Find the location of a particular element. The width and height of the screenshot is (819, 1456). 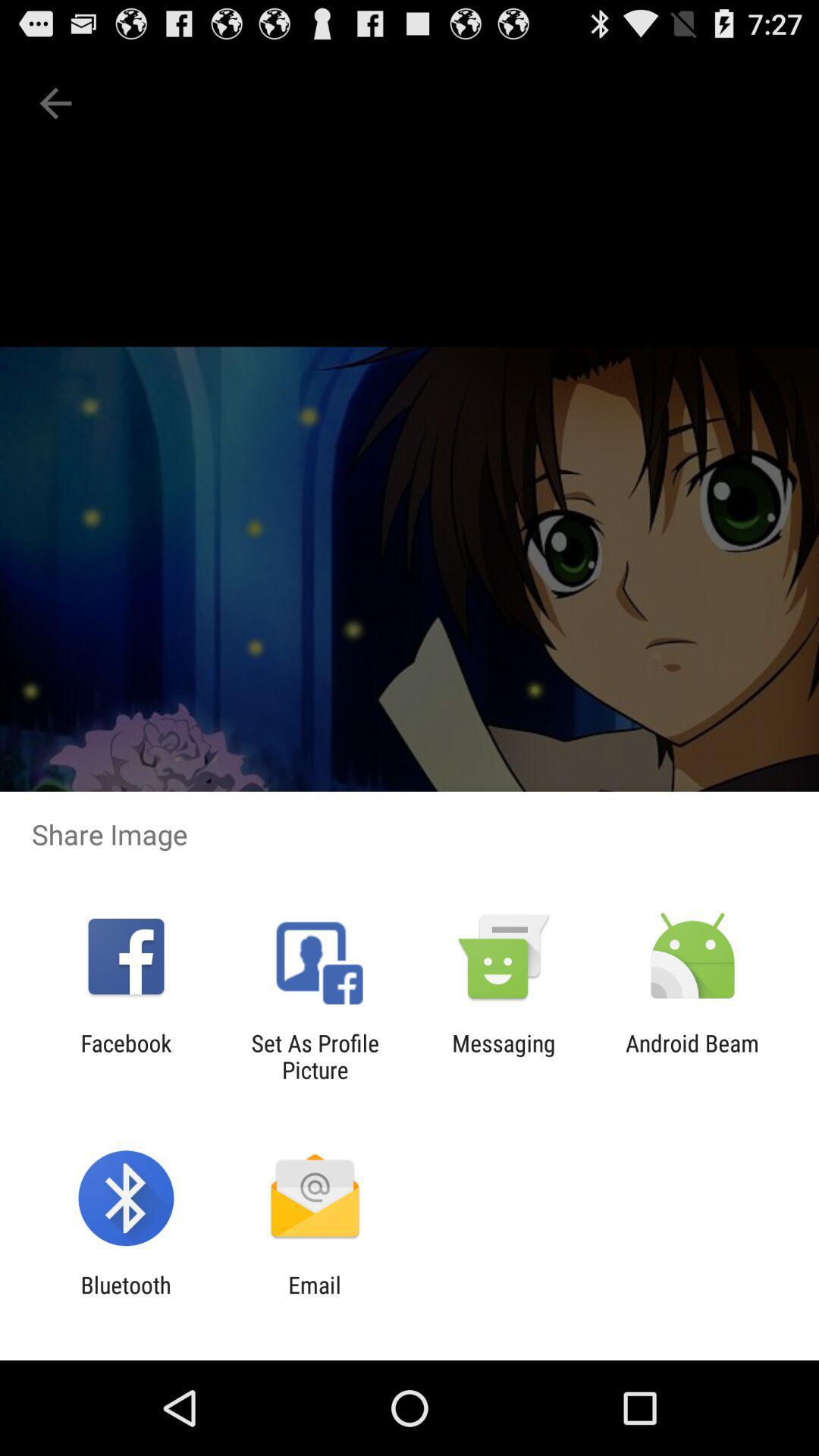

item to the right of the facebook is located at coordinates (314, 1056).